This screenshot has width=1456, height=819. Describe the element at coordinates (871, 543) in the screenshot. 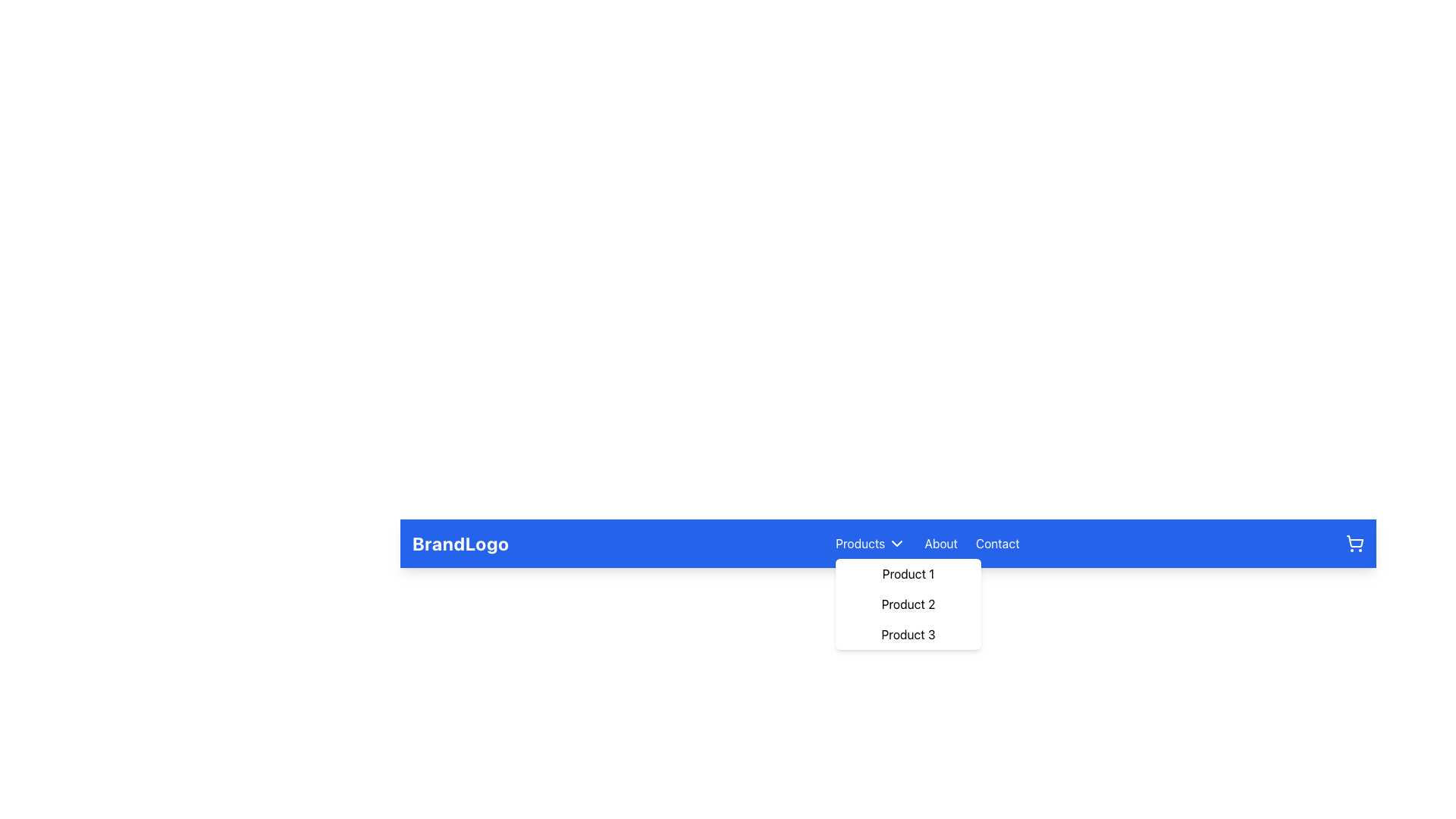

I see `the 'Products' dropdown menu, which is the first menu item in the navigation bar` at that location.